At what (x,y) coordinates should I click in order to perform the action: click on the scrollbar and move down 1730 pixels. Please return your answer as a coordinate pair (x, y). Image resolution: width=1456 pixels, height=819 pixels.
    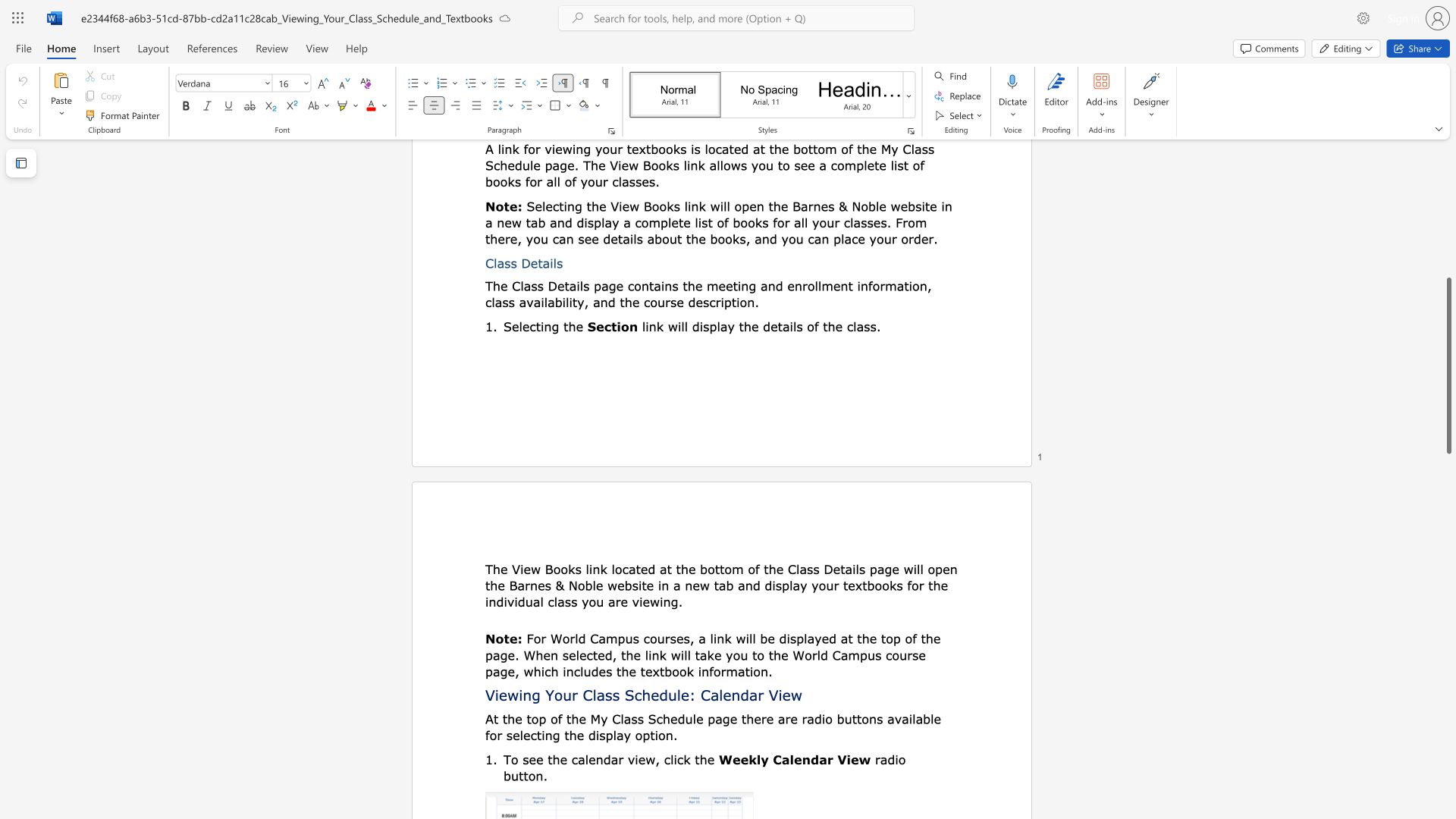
    Looking at the image, I should click on (1448, 366).